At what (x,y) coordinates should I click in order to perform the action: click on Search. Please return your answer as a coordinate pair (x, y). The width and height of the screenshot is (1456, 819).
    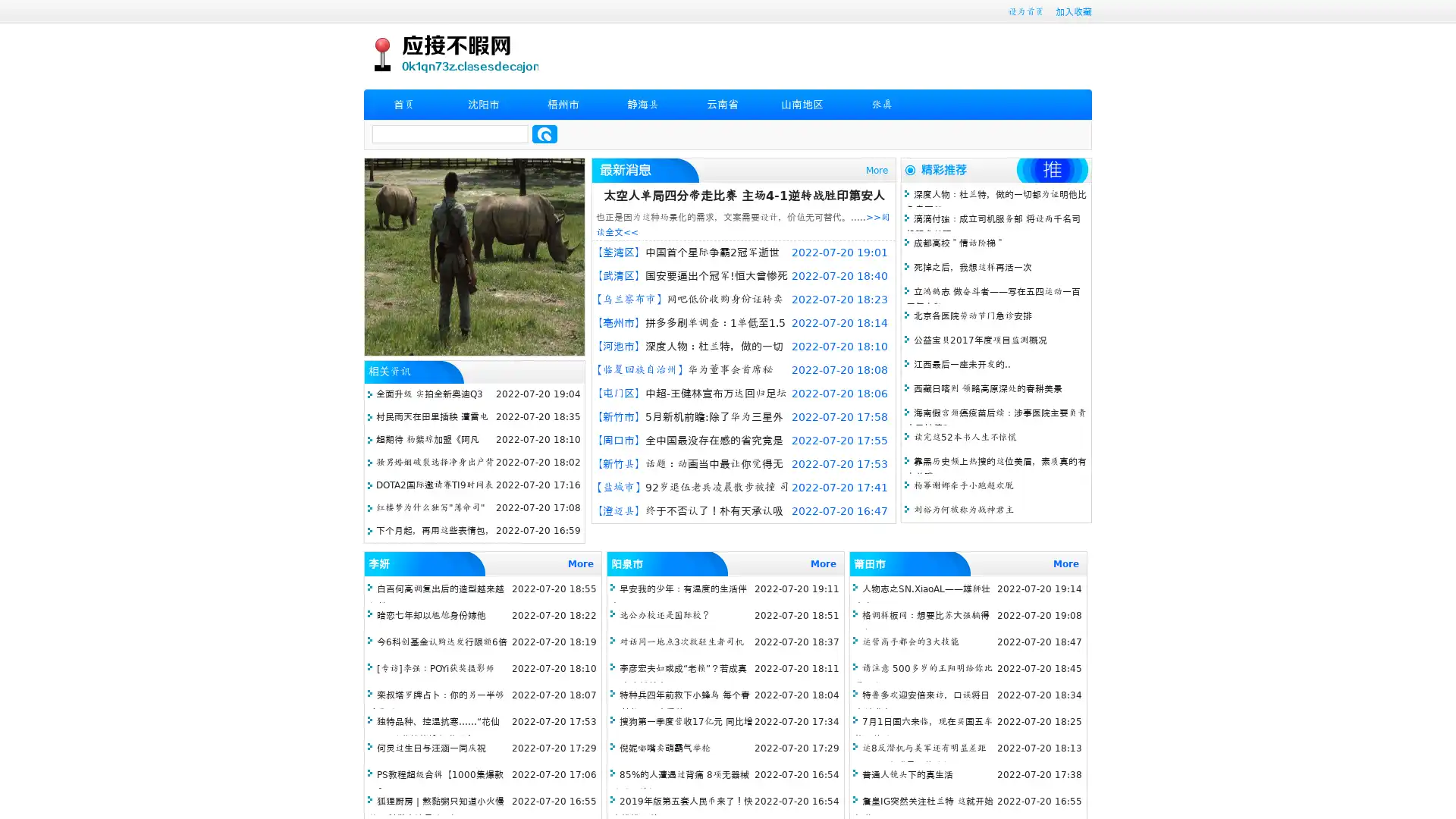
    Looking at the image, I should click on (544, 133).